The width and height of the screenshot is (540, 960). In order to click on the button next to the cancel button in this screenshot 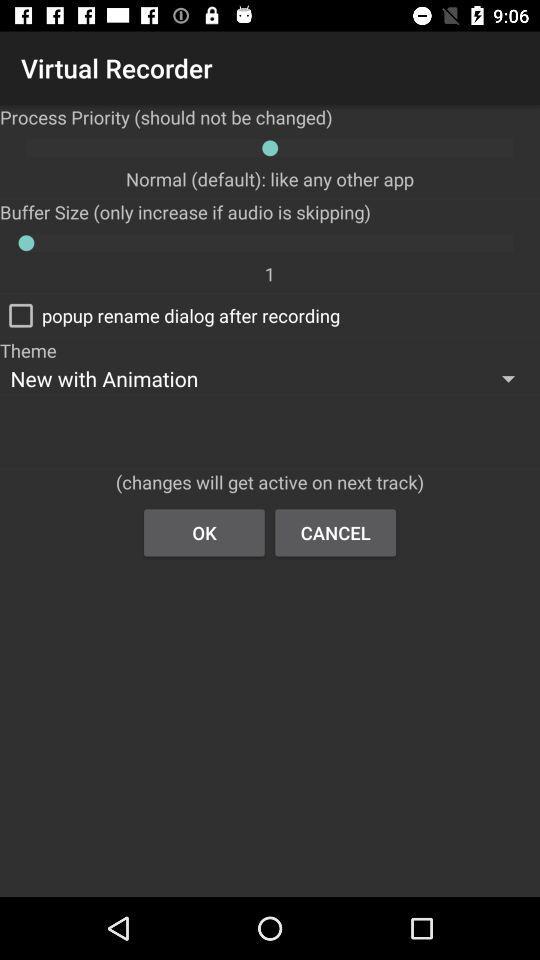, I will do `click(203, 531)`.